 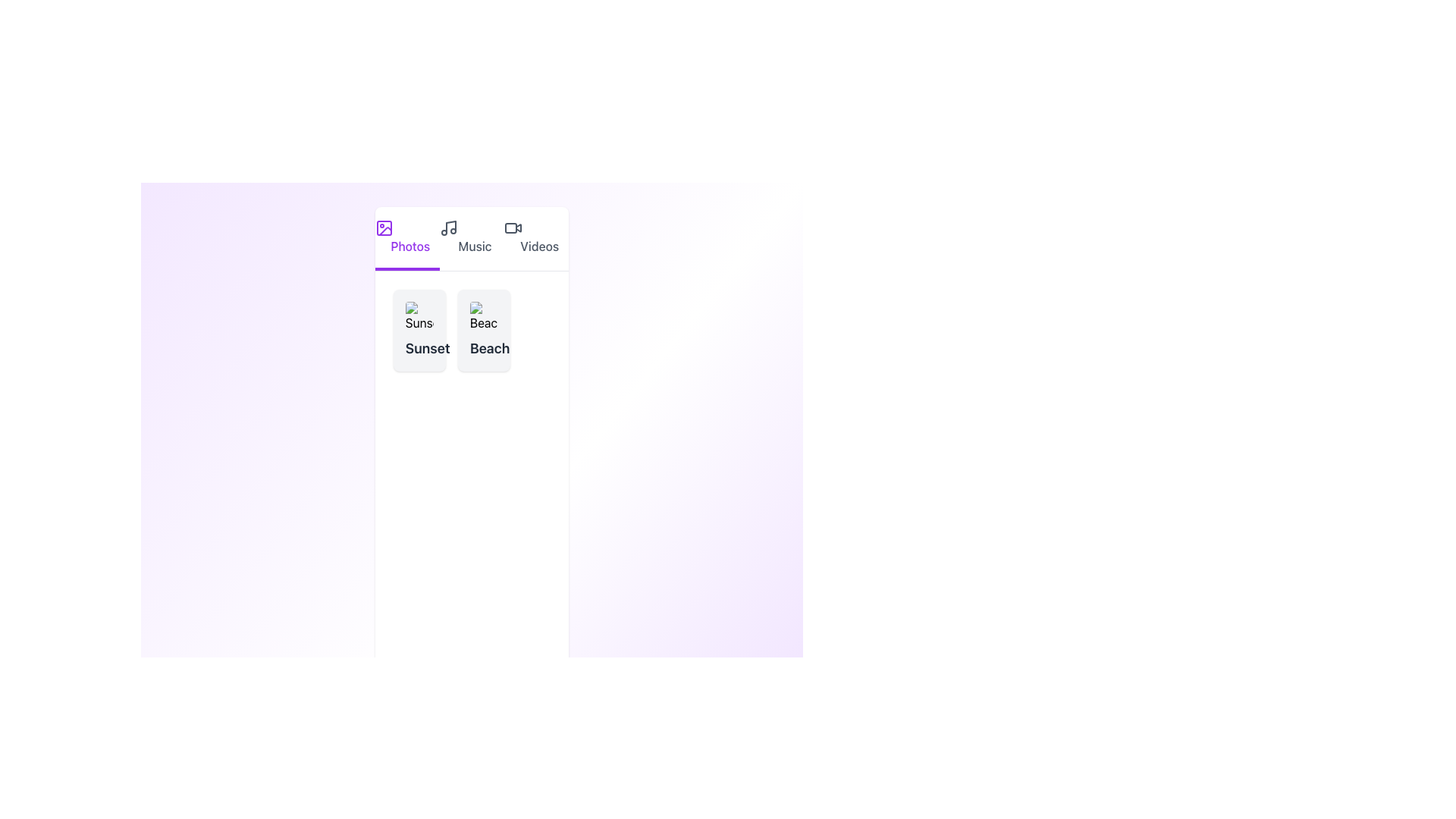 I want to click on the 'Sunset' image thumbnail located in the 'Photos' section of the gallery, so click(x=419, y=315).